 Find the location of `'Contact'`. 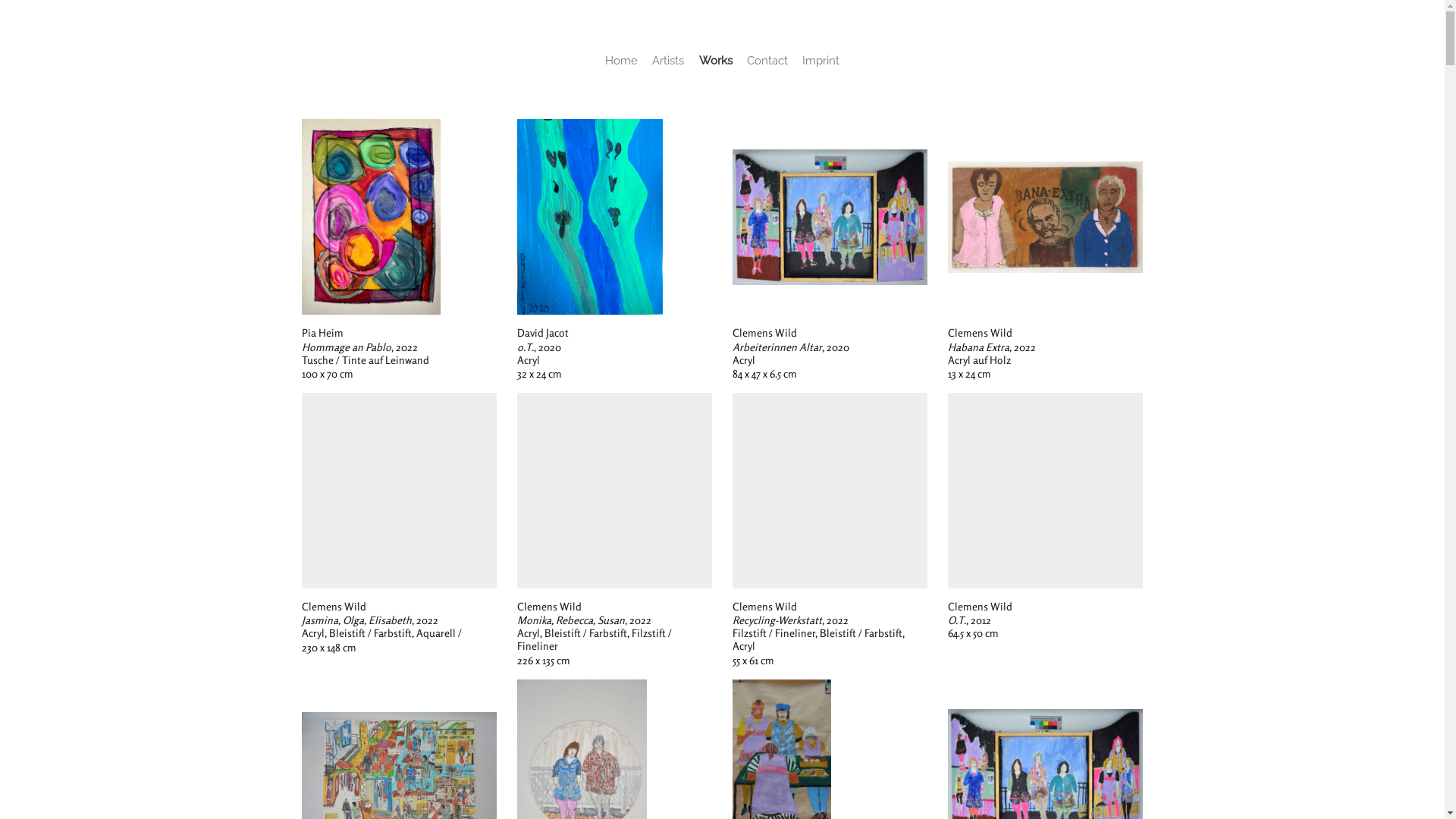

'Contact' is located at coordinates (746, 60).